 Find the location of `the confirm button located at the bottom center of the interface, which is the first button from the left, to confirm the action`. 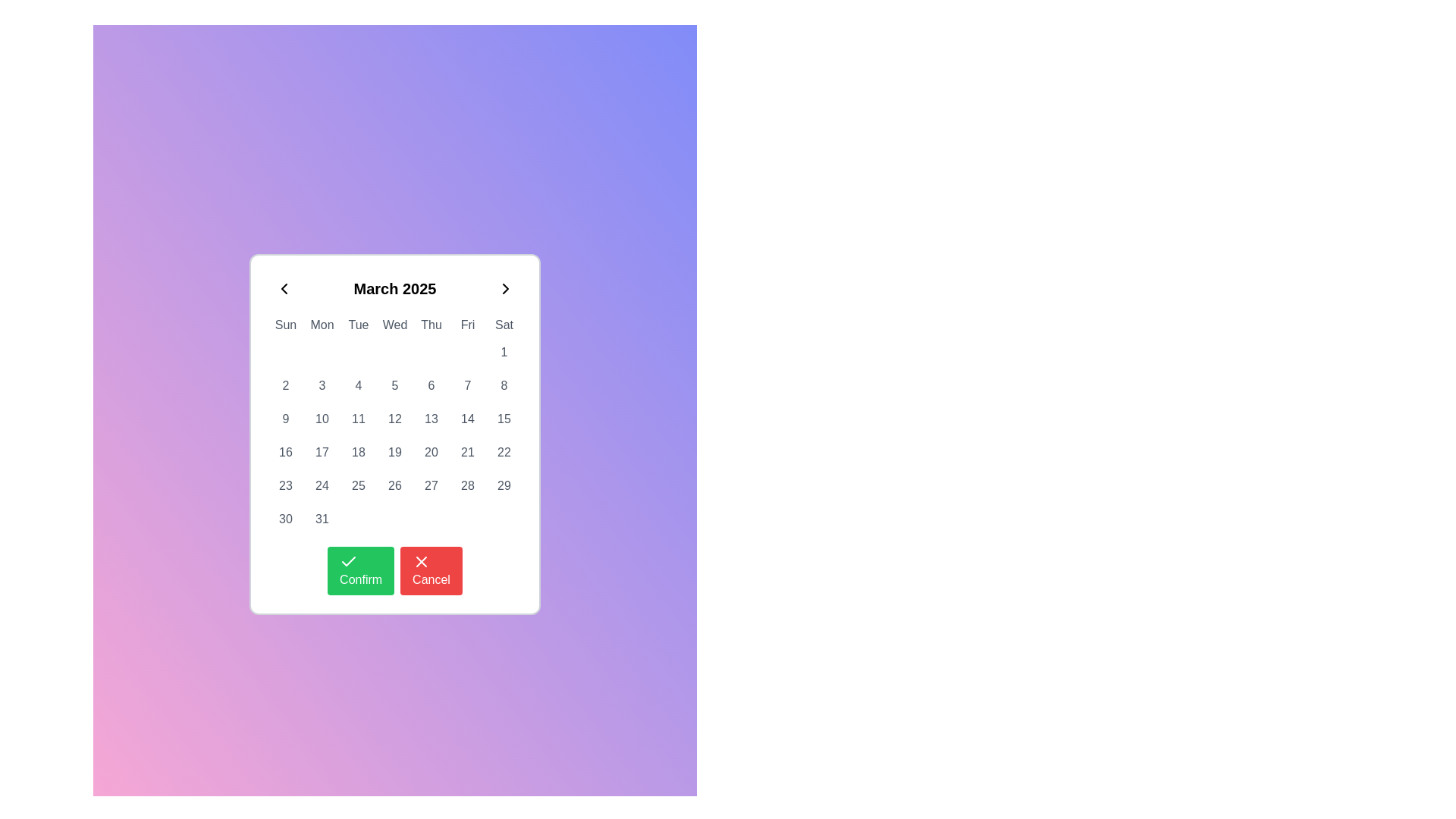

the confirm button located at the bottom center of the interface, which is the first button from the left, to confirm the action is located at coordinates (360, 570).